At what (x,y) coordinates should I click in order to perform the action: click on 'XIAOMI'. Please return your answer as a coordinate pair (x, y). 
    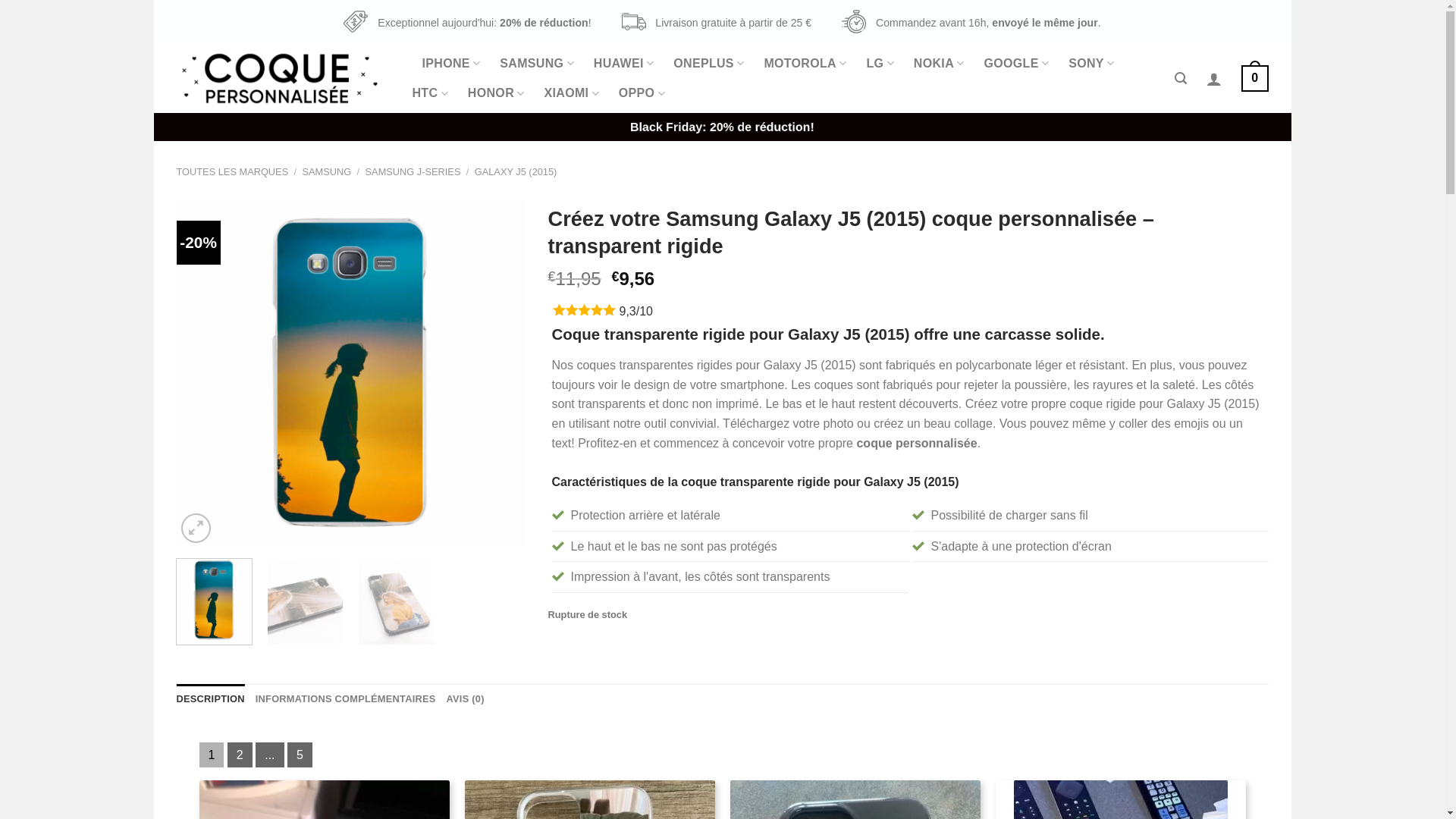
    Looking at the image, I should click on (544, 93).